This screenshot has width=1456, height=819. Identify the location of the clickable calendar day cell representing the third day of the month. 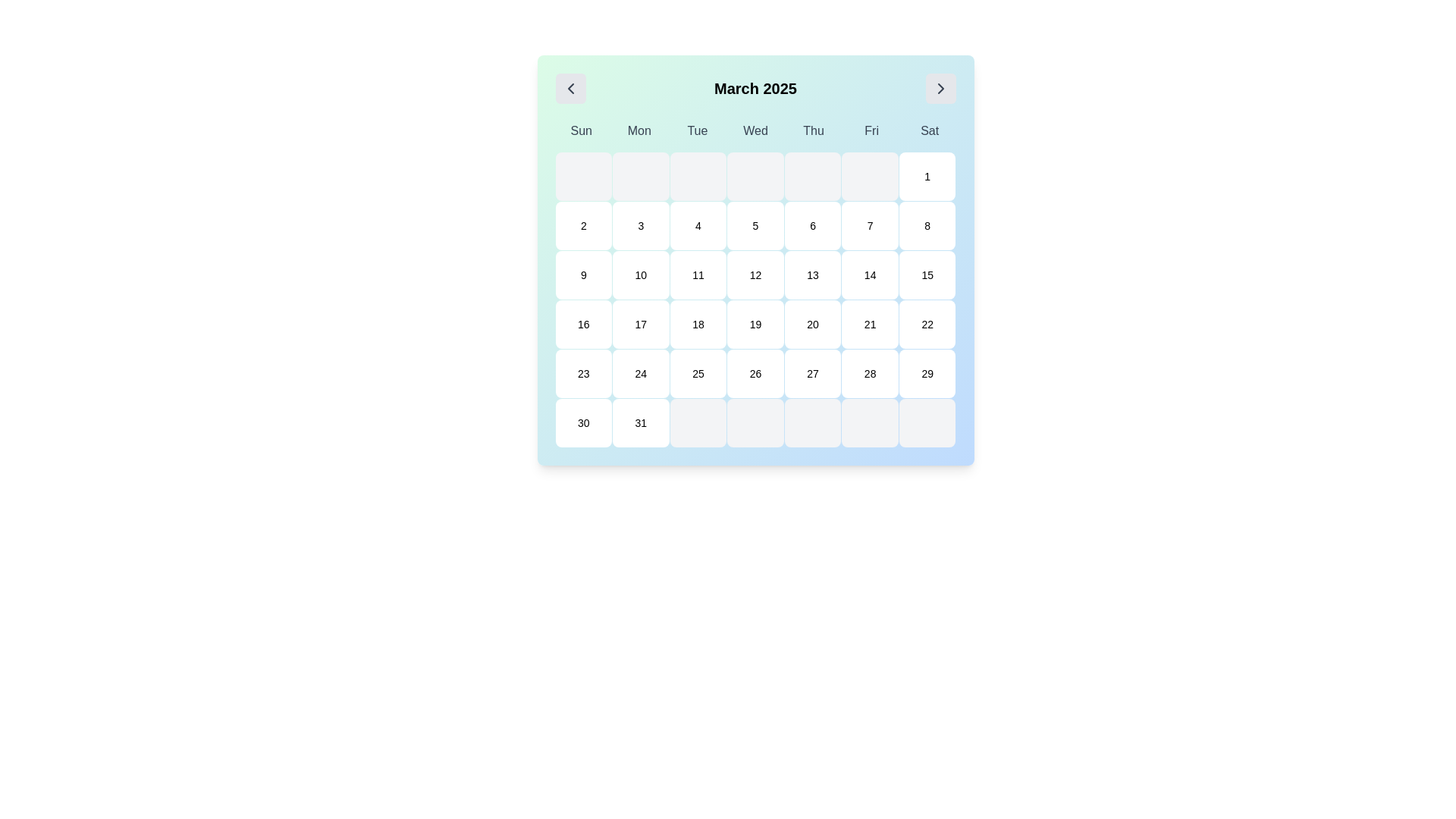
(641, 225).